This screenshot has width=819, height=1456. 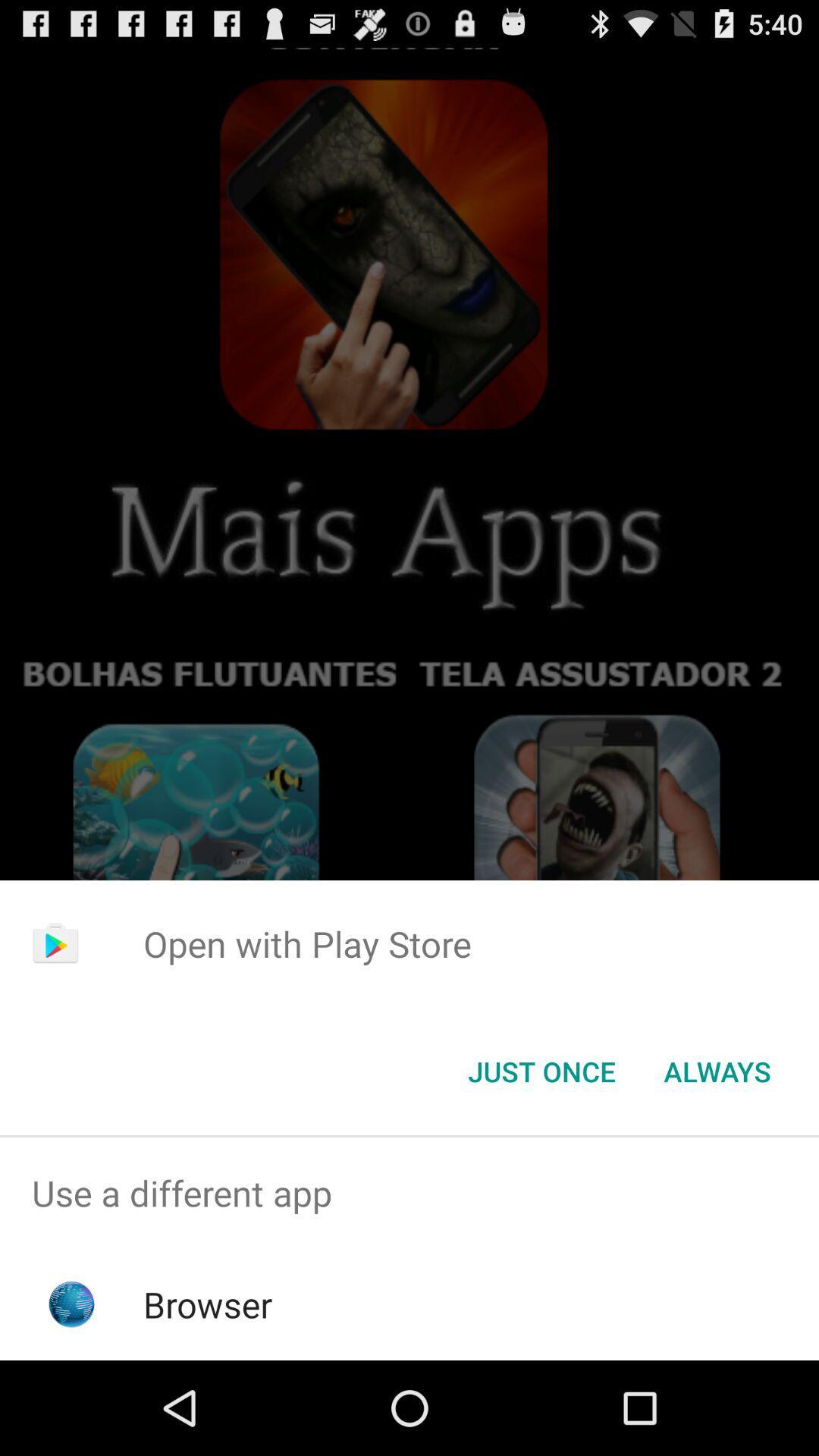 What do you see at coordinates (717, 1070) in the screenshot?
I see `icon next to the just once button` at bounding box center [717, 1070].